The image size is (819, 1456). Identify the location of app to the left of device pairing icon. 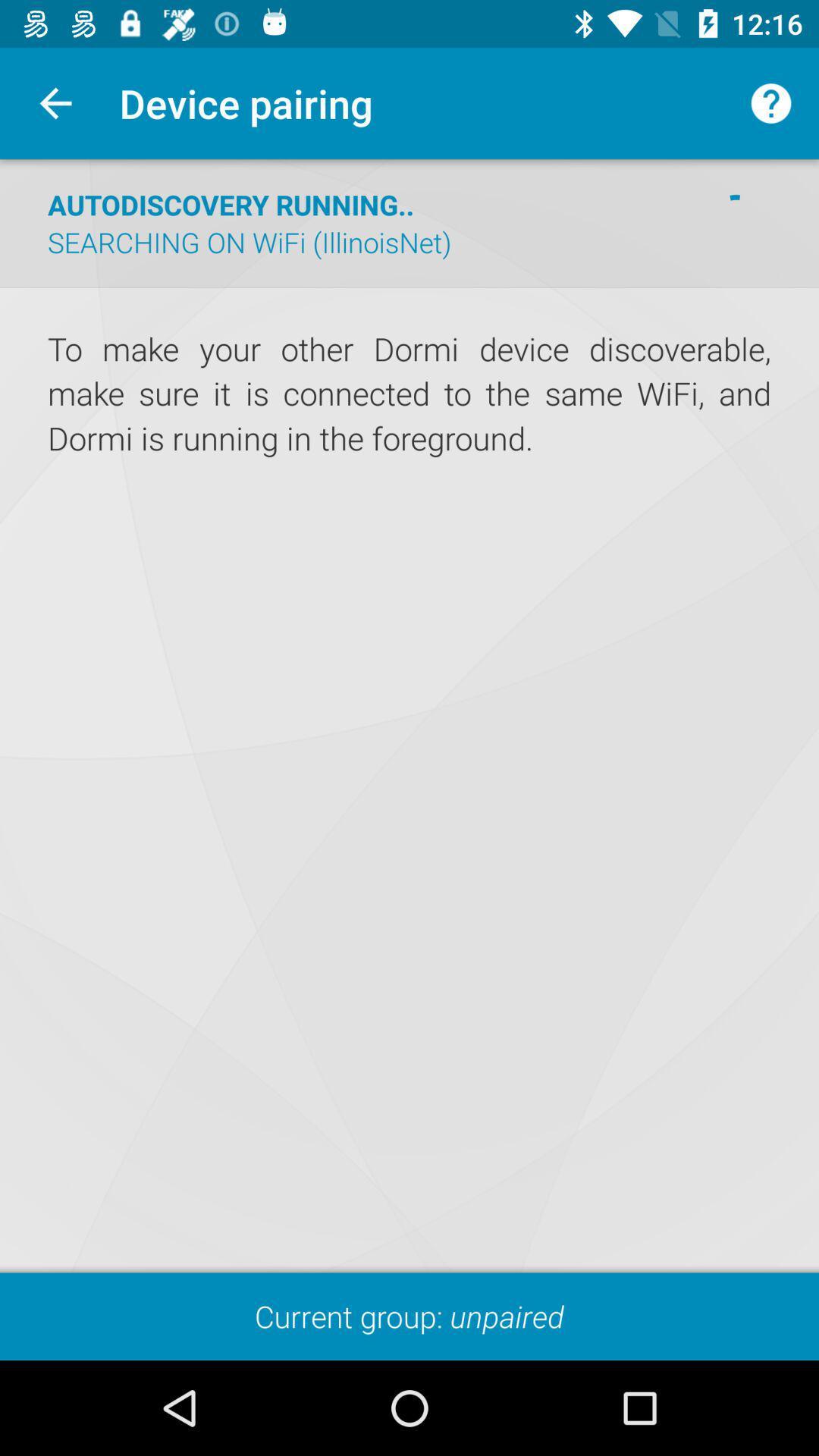
(55, 102).